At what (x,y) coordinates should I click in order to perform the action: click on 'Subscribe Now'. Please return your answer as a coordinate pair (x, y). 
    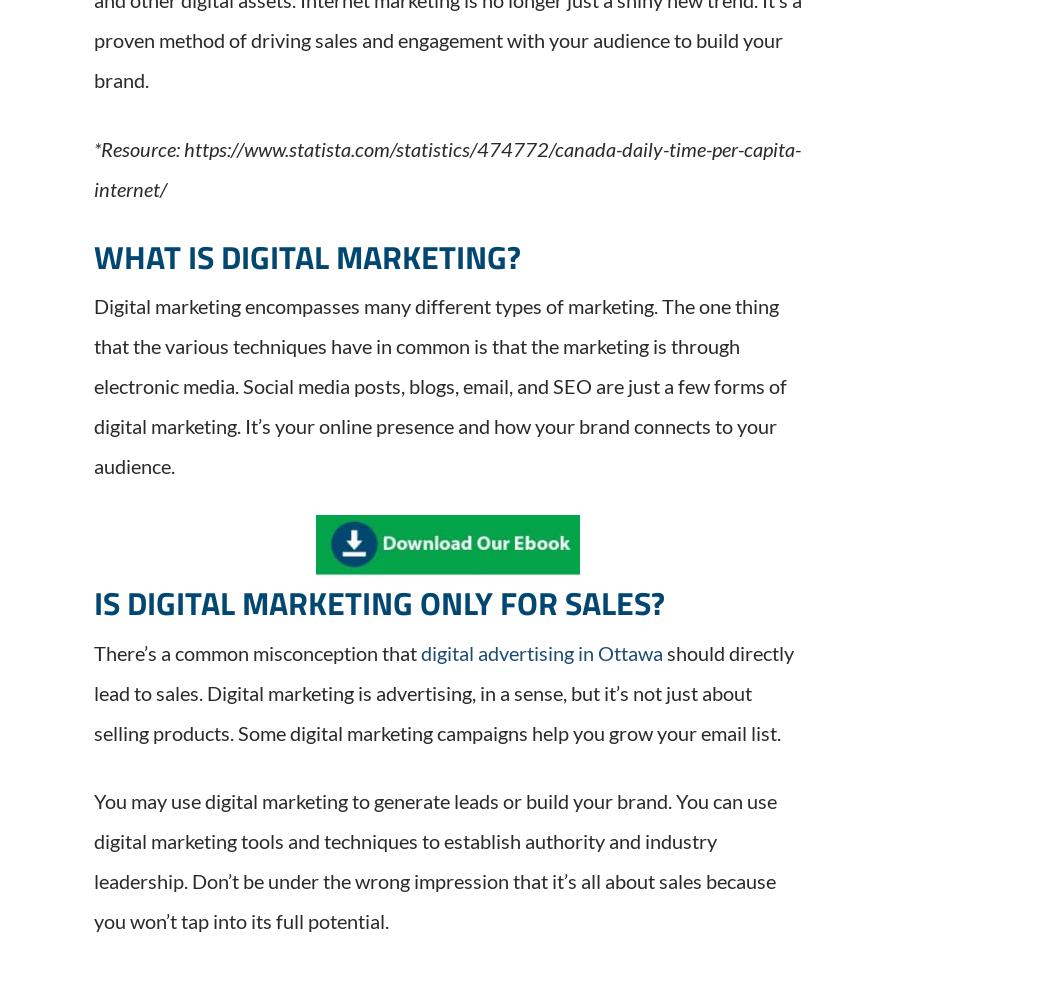
    Looking at the image, I should click on (782, 846).